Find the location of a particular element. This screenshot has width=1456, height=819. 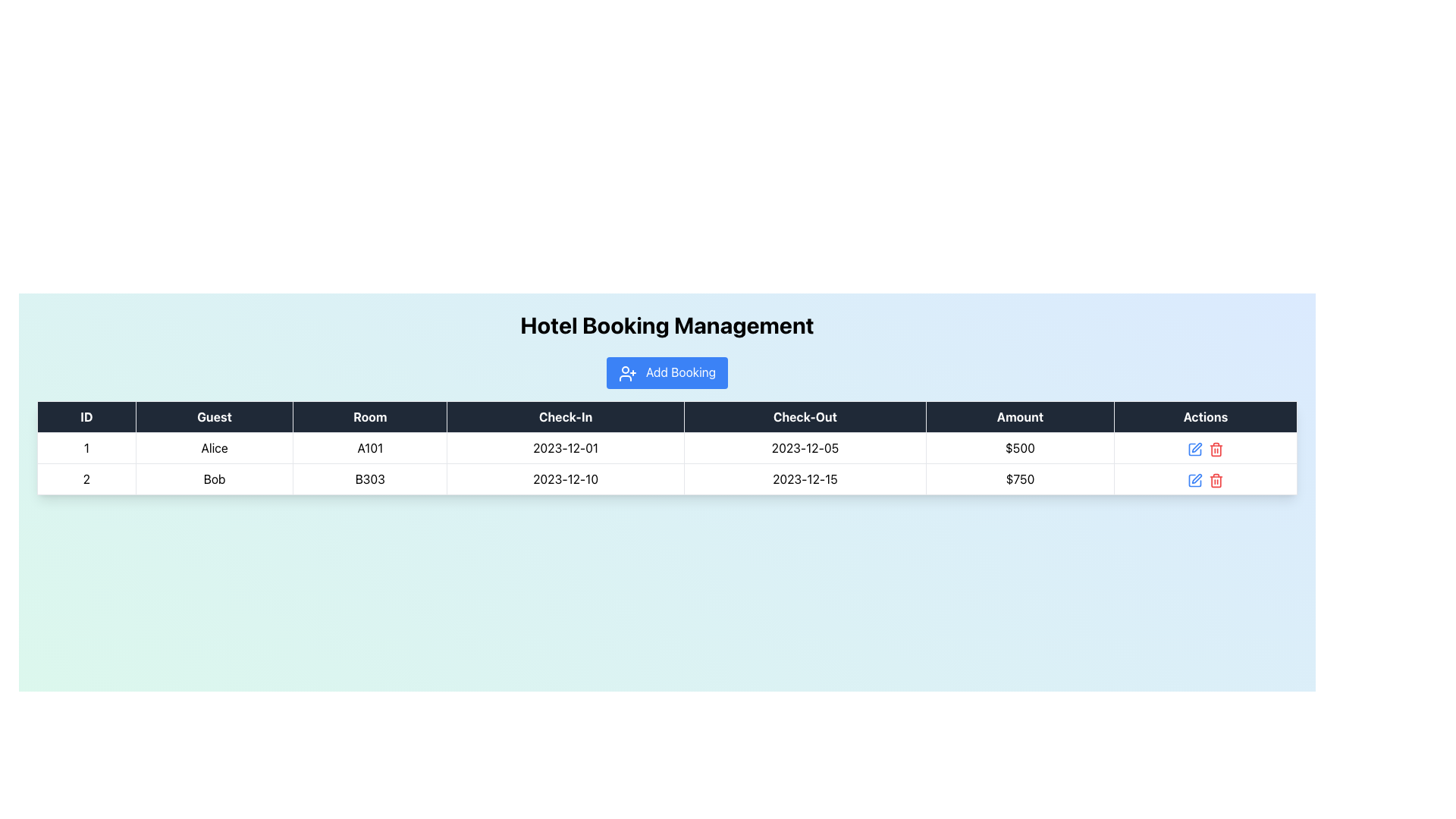

the 'Guest' table header, which is the second header in a row of tabular headers, characterized by bold white text on a dark blue background is located at coordinates (214, 416).